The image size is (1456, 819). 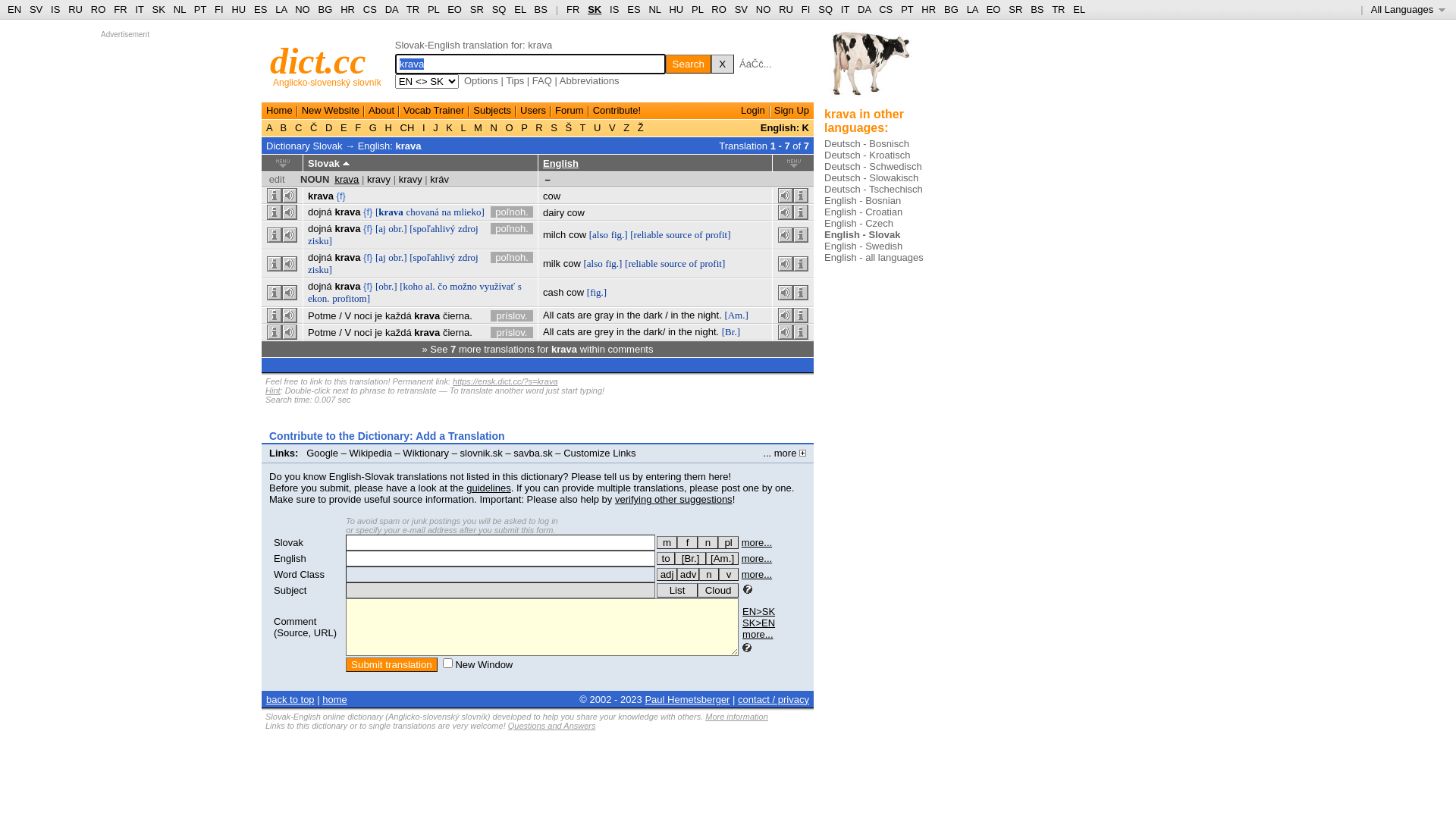 I want to click on 'dark', so click(x=652, y=314).